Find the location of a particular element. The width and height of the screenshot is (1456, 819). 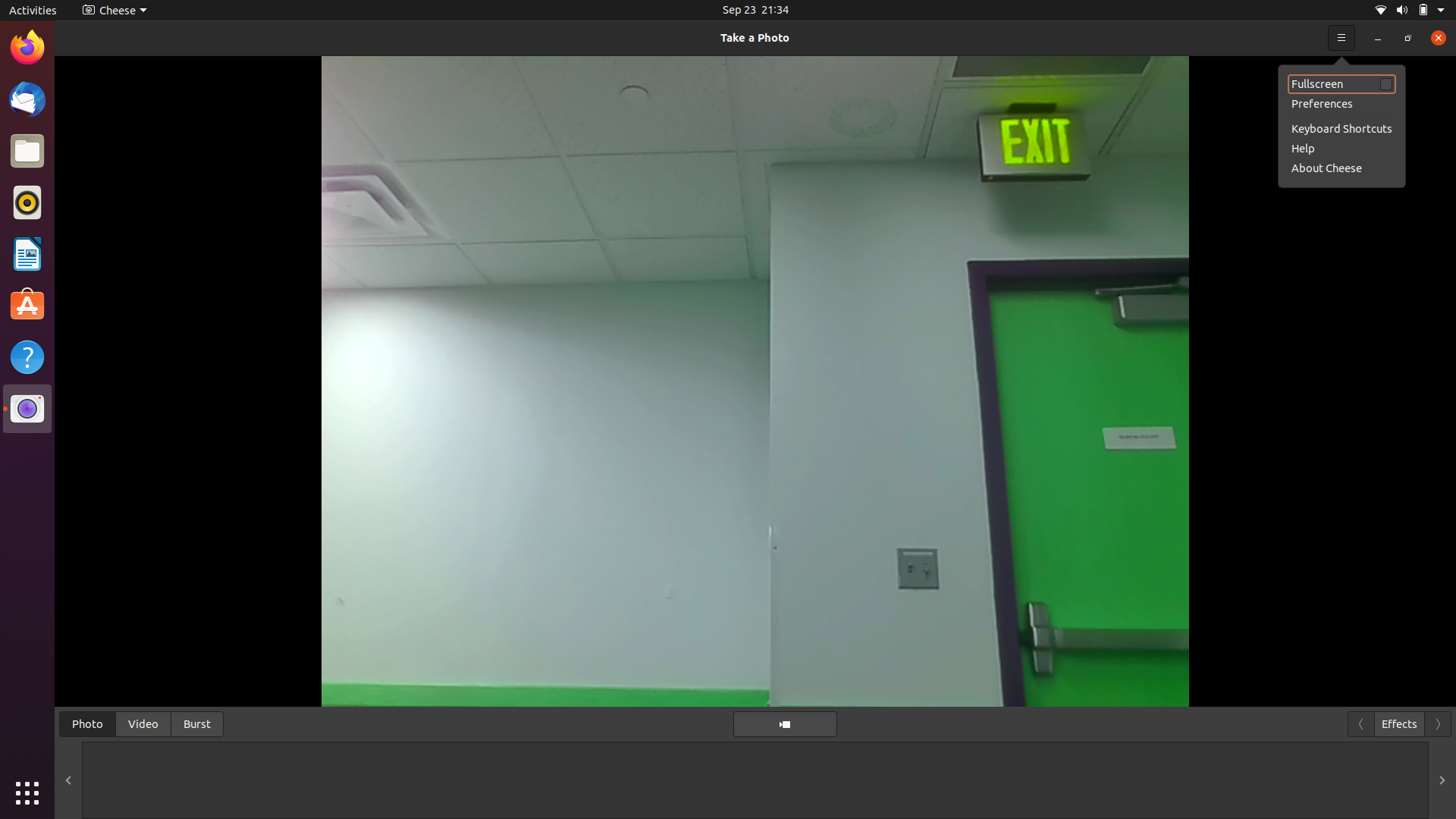

the help section for camera is located at coordinates (1341, 36).